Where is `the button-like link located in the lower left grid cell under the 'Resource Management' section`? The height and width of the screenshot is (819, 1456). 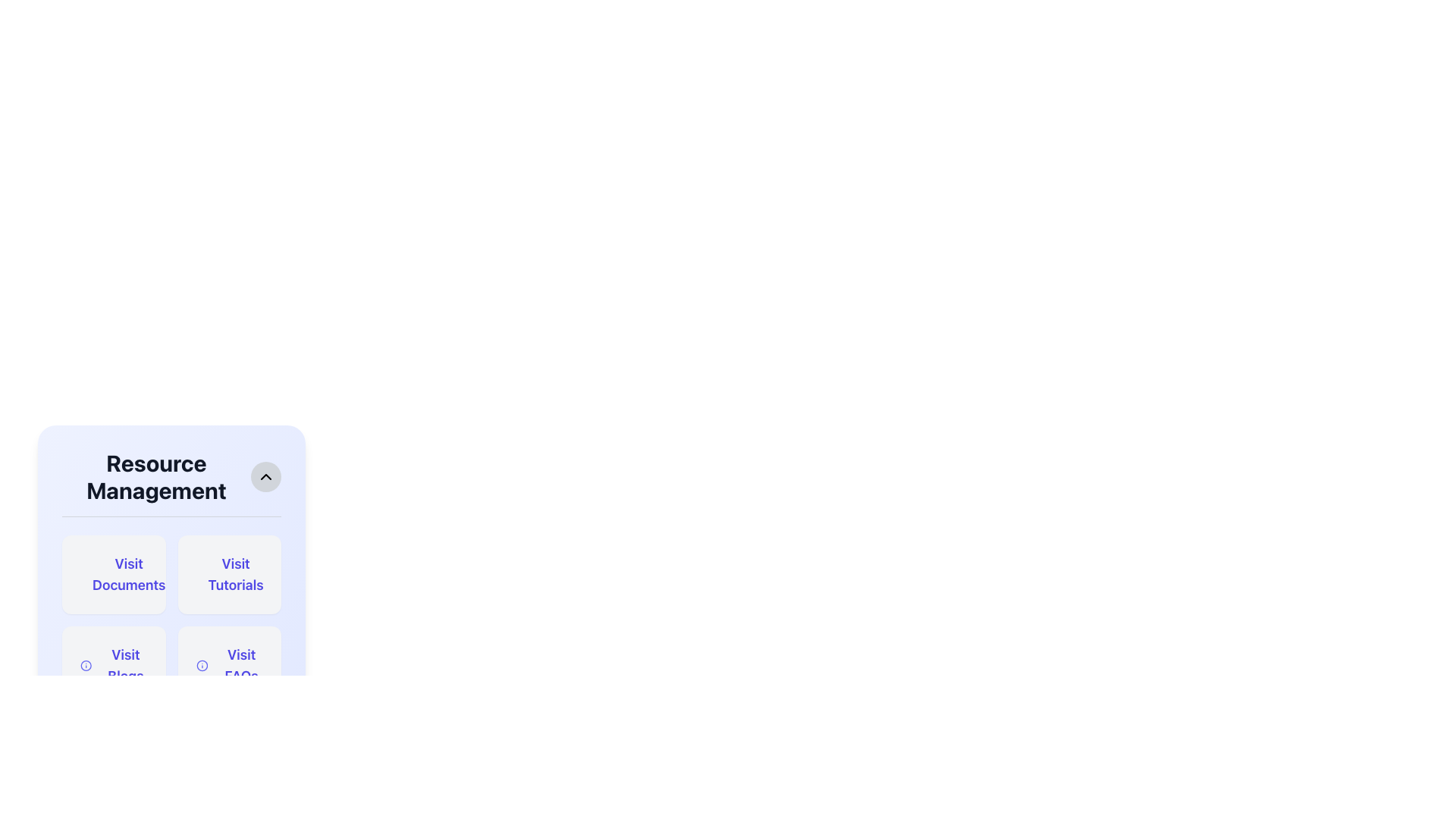
the button-like link located in the lower left grid cell under the 'Resource Management' section is located at coordinates (125, 665).